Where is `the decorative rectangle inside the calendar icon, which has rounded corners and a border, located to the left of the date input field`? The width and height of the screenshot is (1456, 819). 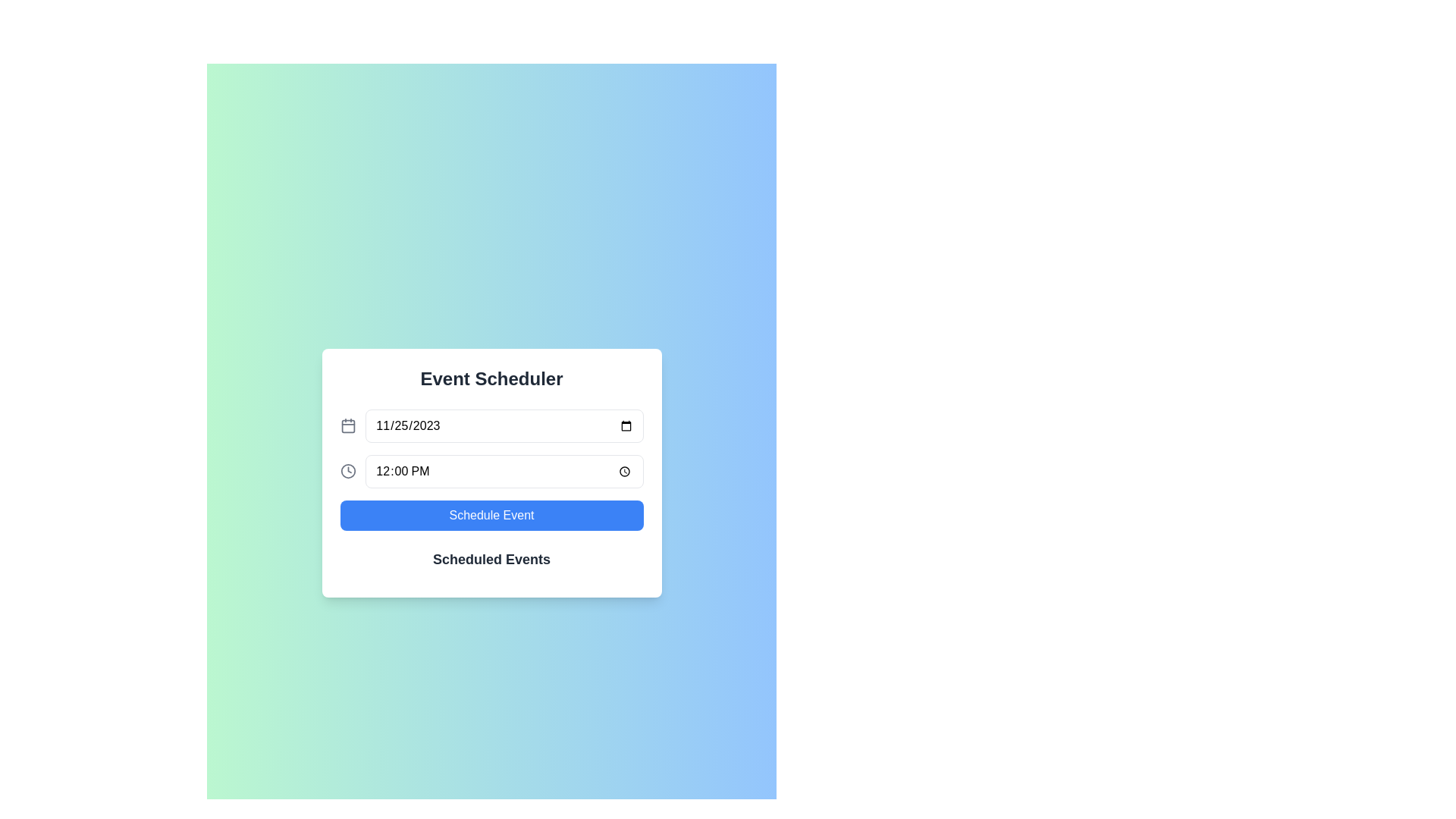 the decorative rectangle inside the calendar icon, which has rounded corners and a border, located to the left of the date input field is located at coordinates (347, 426).